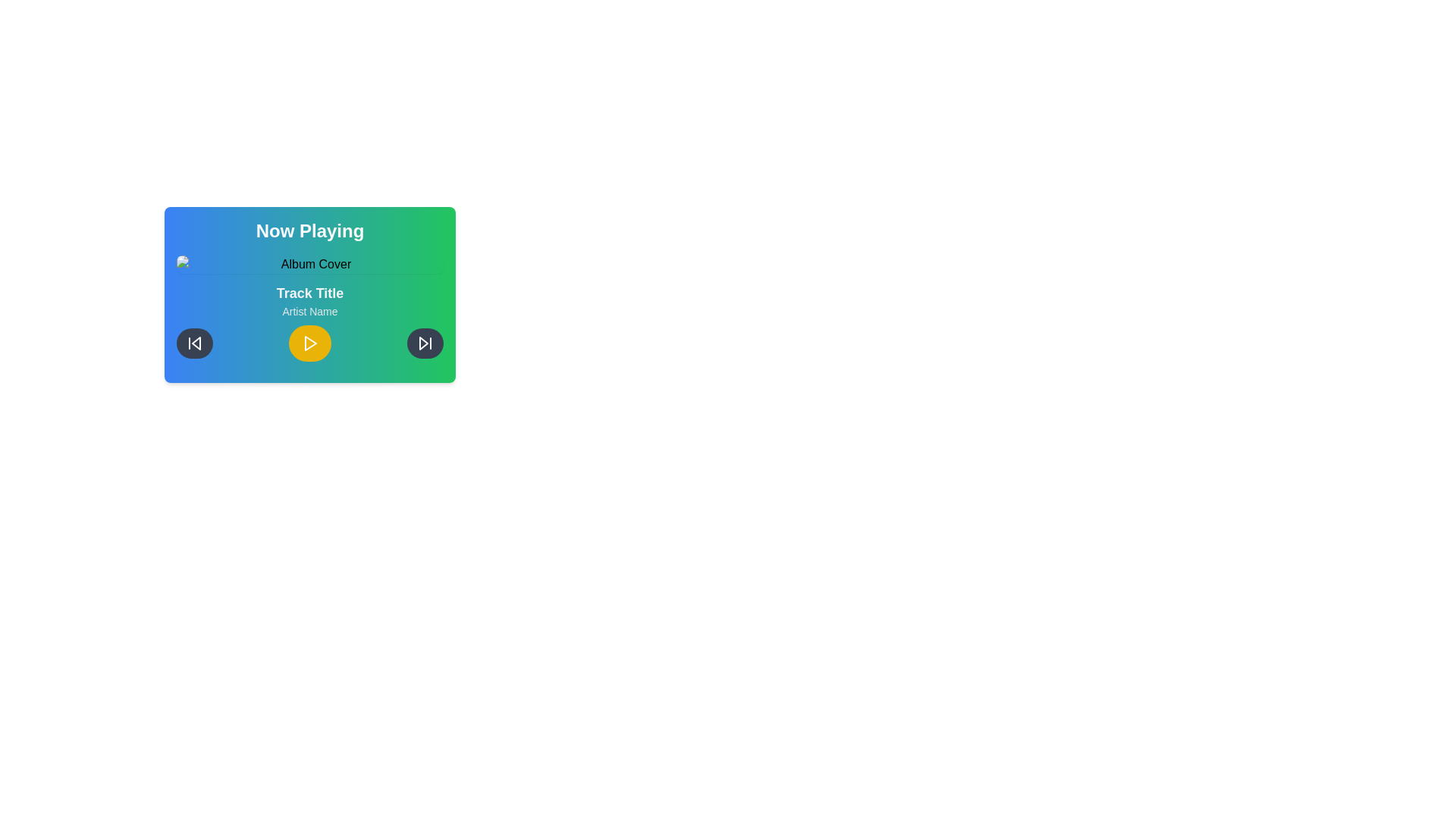 This screenshot has height=819, width=1456. Describe the element at coordinates (194, 343) in the screenshot. I see `the backward-triangle-shaped 'Back' button on the bottom-left side of the music player interface` at that location.